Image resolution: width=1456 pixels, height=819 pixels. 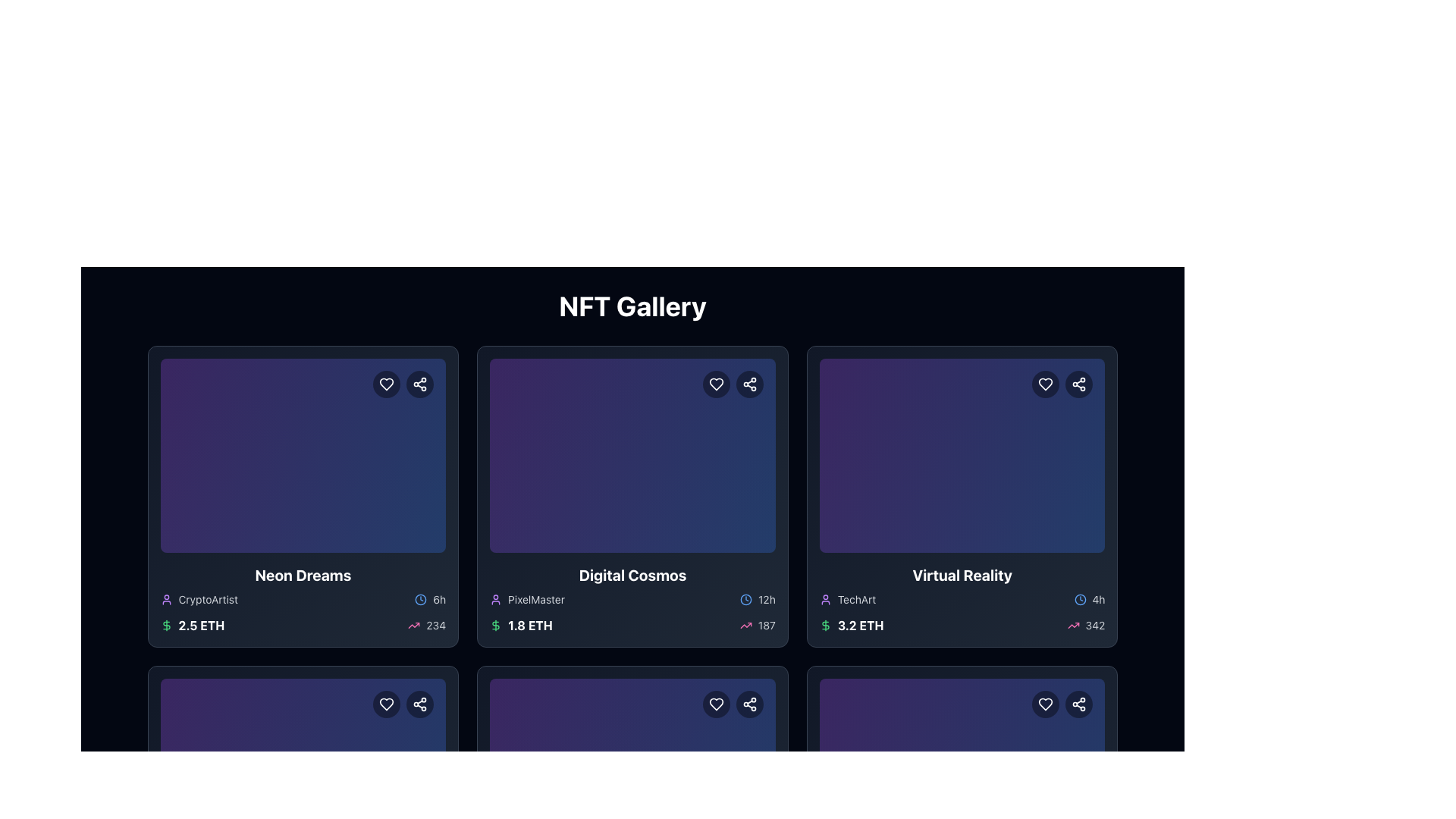 What do you see at coordinates (421, 598) in the screenshot?
I see `the styling of the clock icon located within the bottom section of the 'Neon Dreams' card, positioned to the left of the text '6h'` at bounding box center [421, 598].